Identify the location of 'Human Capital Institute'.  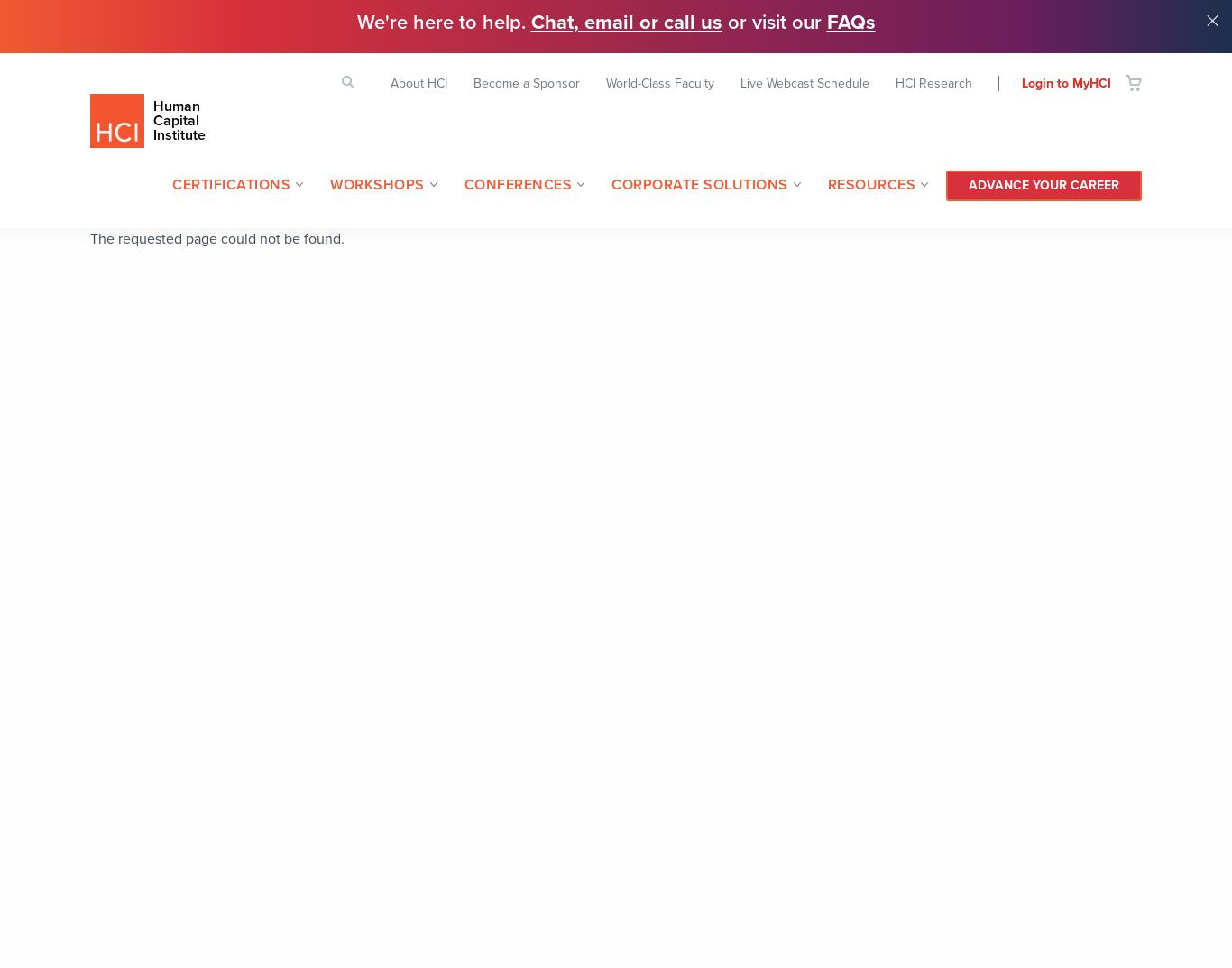
(152, 119).